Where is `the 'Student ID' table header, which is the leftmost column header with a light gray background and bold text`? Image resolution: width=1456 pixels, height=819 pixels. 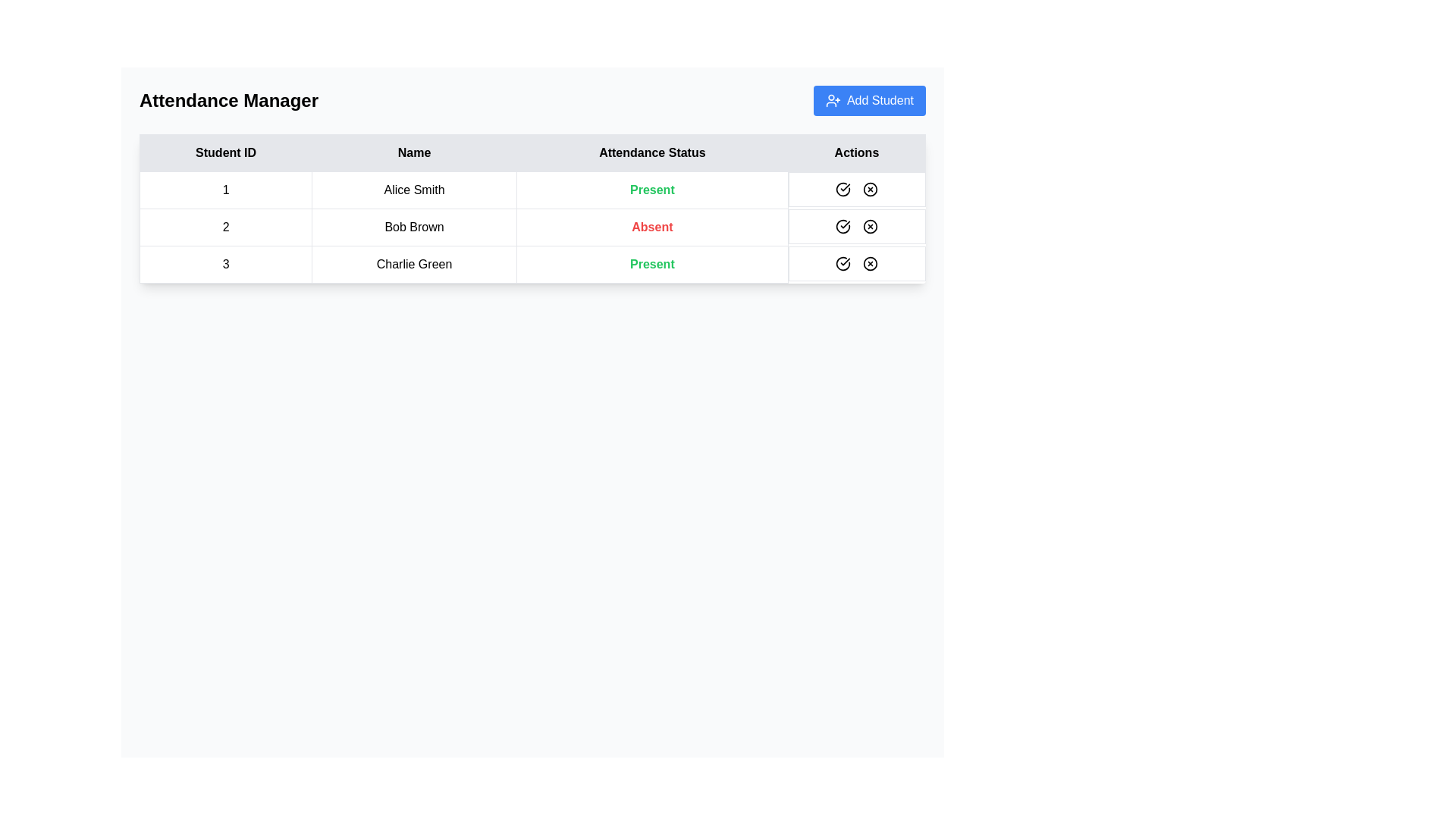
the 'Student ID' table header, which is the leftmost column header with a light gray background and bold text is located at coordinates (225, 152).